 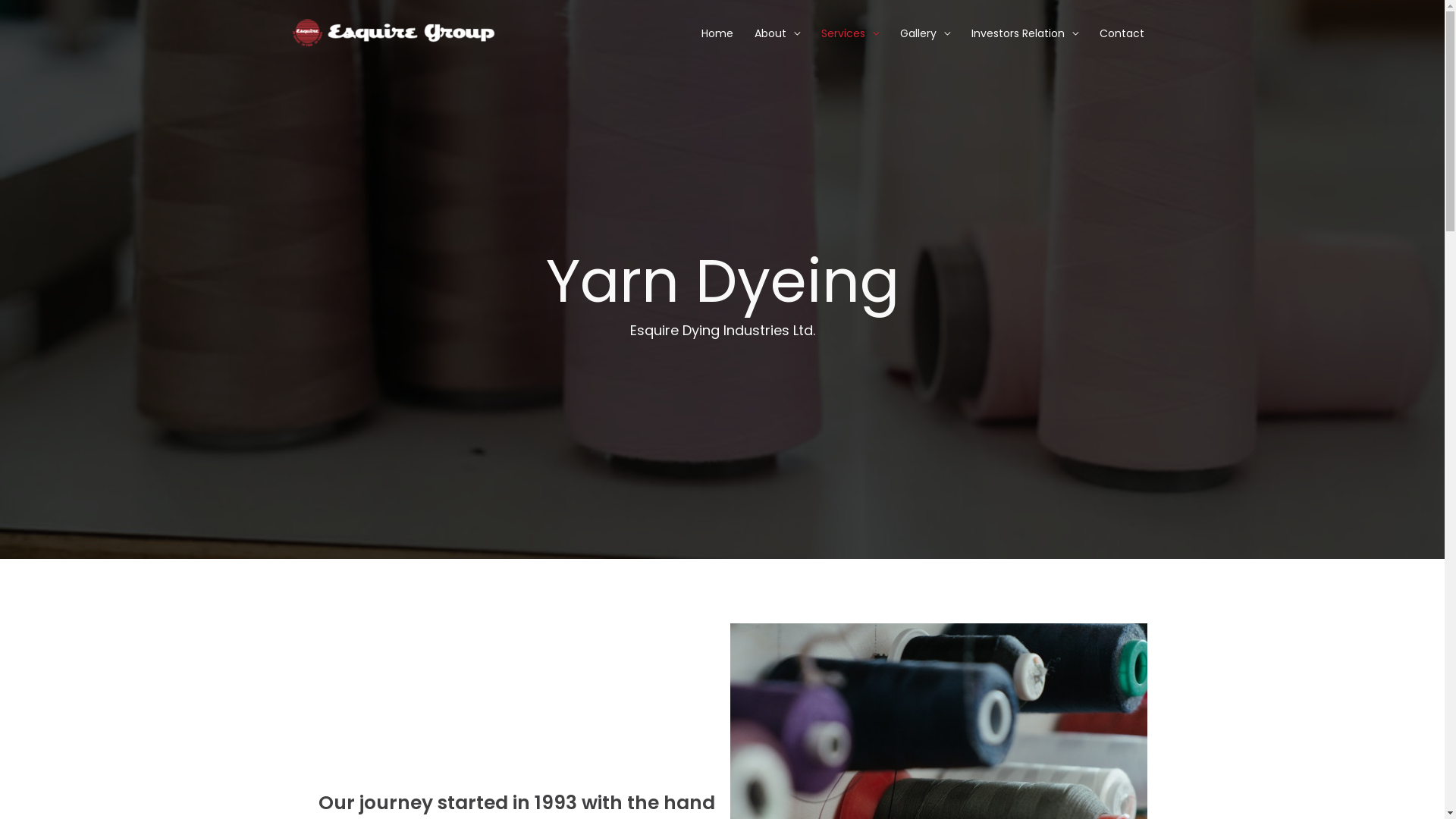 I want to click on 'Investors Relation', so click(x=959, y=32).